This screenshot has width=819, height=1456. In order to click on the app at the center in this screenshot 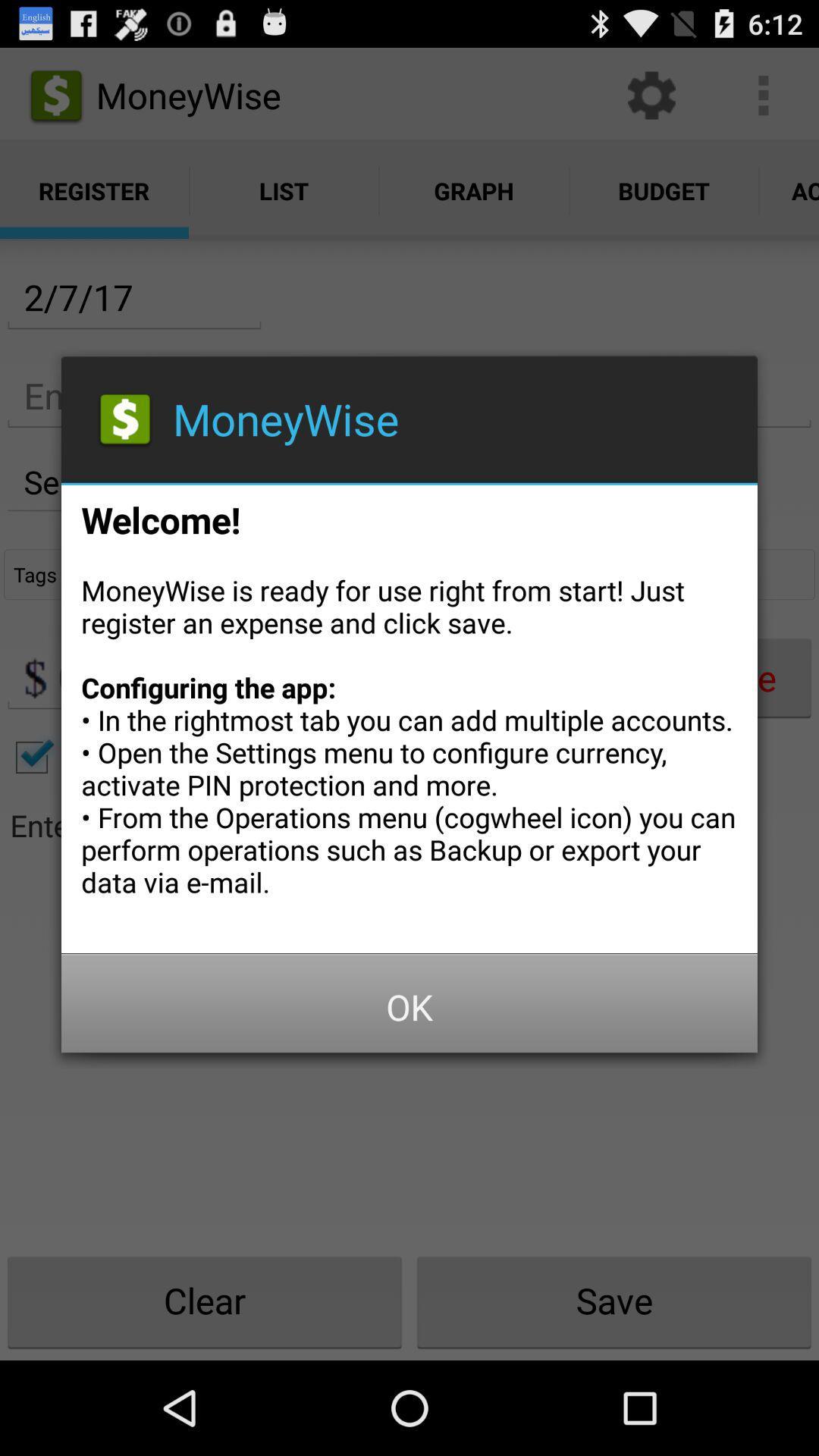, I will do `click(409, 713)`.